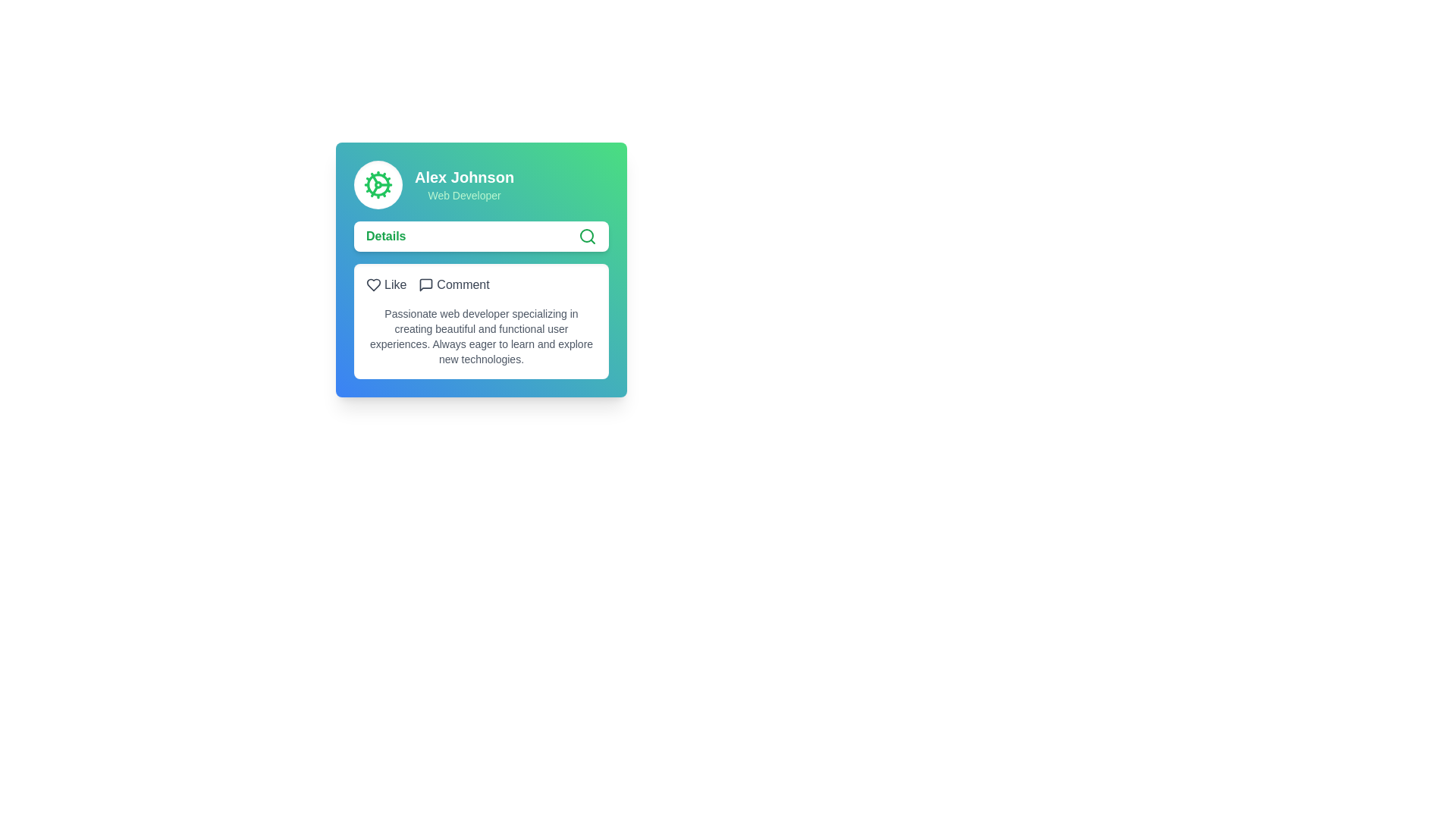  I want to click on the heart-shaped icon with a hollow middle on the left side of the 'Like' option, so click(374, 284).